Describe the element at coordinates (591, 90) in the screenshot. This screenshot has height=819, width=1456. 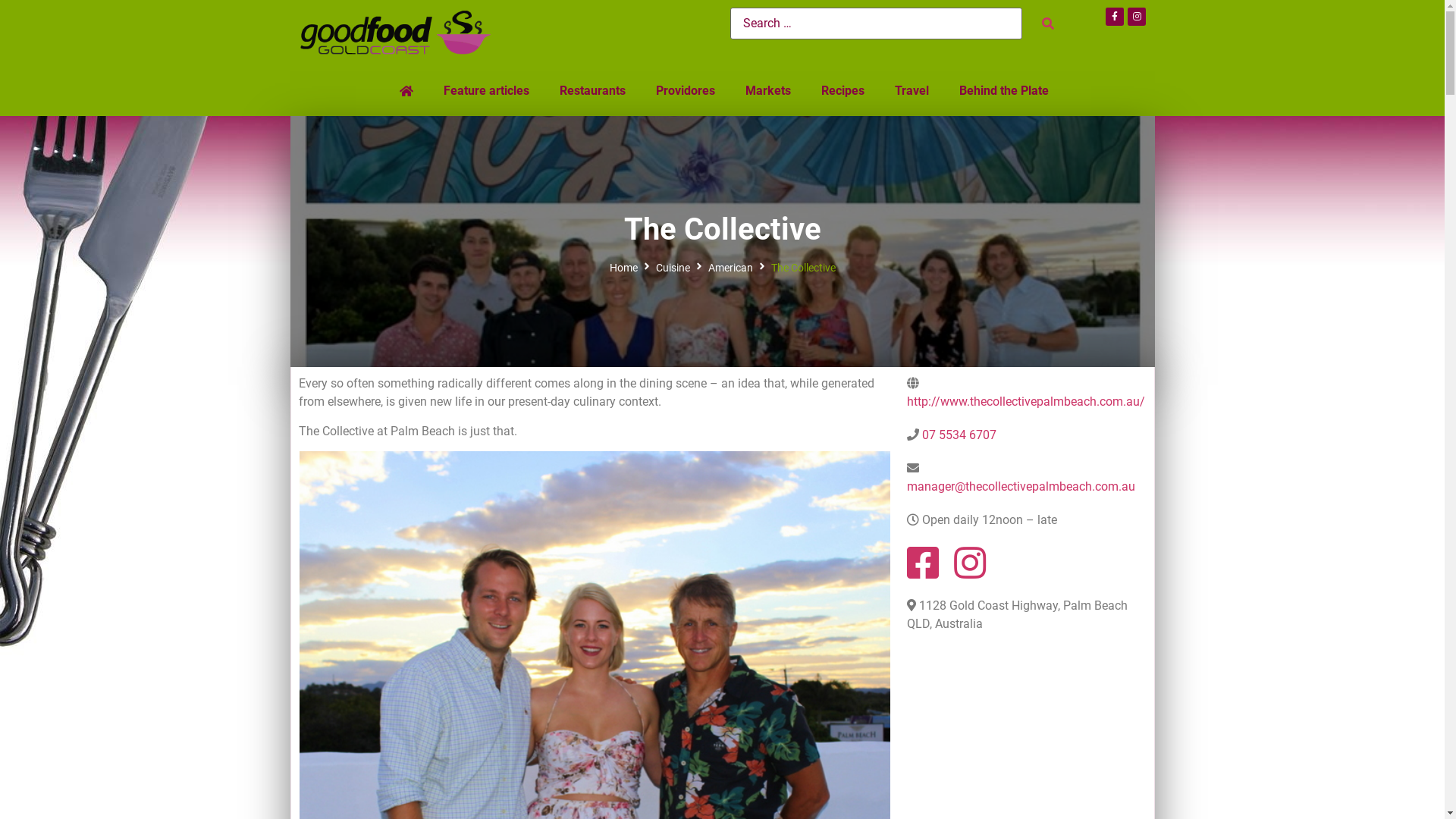
I see `'Restaurants'` at that location.